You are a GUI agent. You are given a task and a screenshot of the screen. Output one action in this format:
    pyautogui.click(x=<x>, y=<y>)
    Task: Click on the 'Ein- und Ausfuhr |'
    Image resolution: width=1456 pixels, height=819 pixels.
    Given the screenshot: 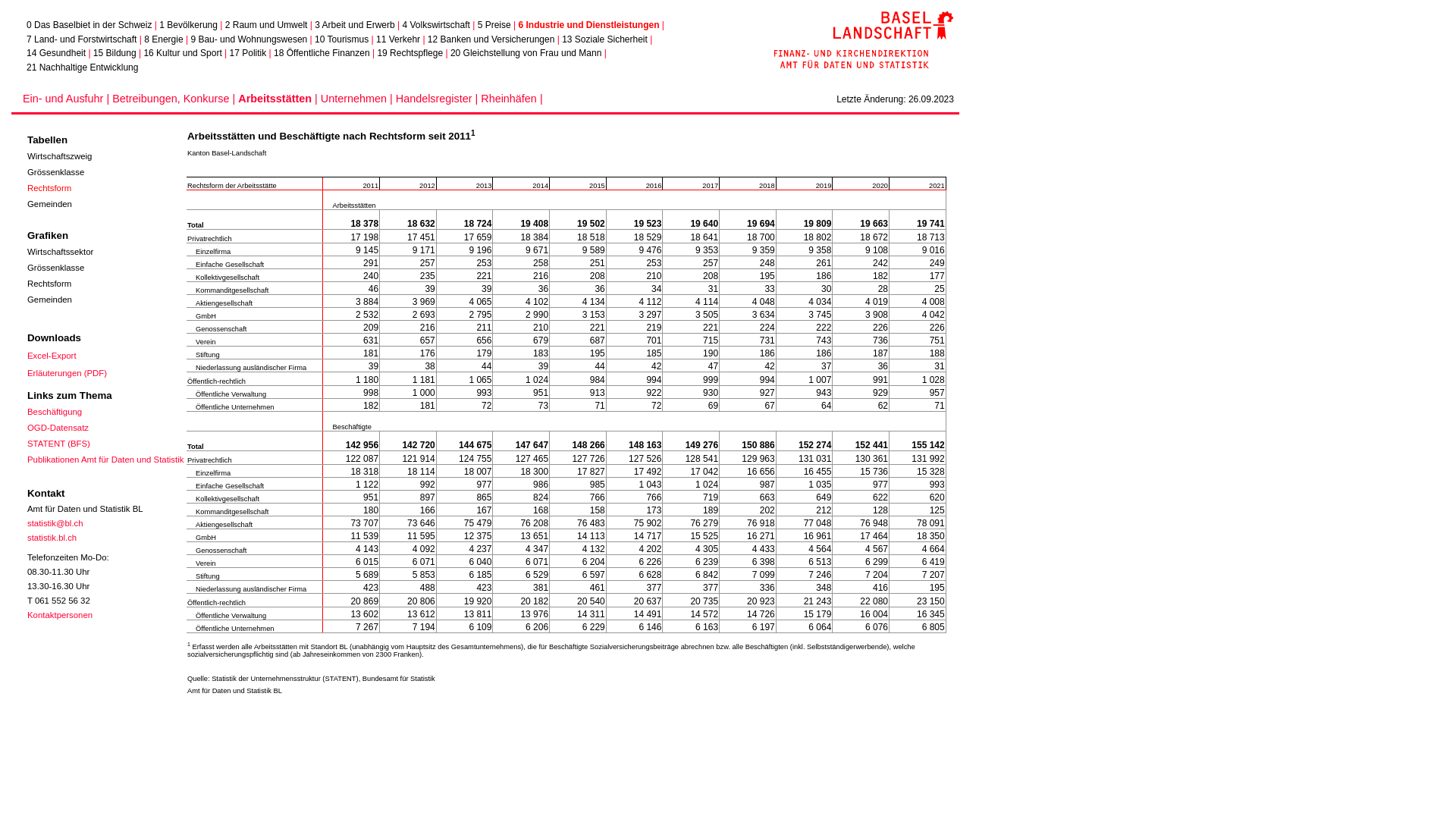 What is the action you would take?
    pyautogui.click(x=22, y=99)
    